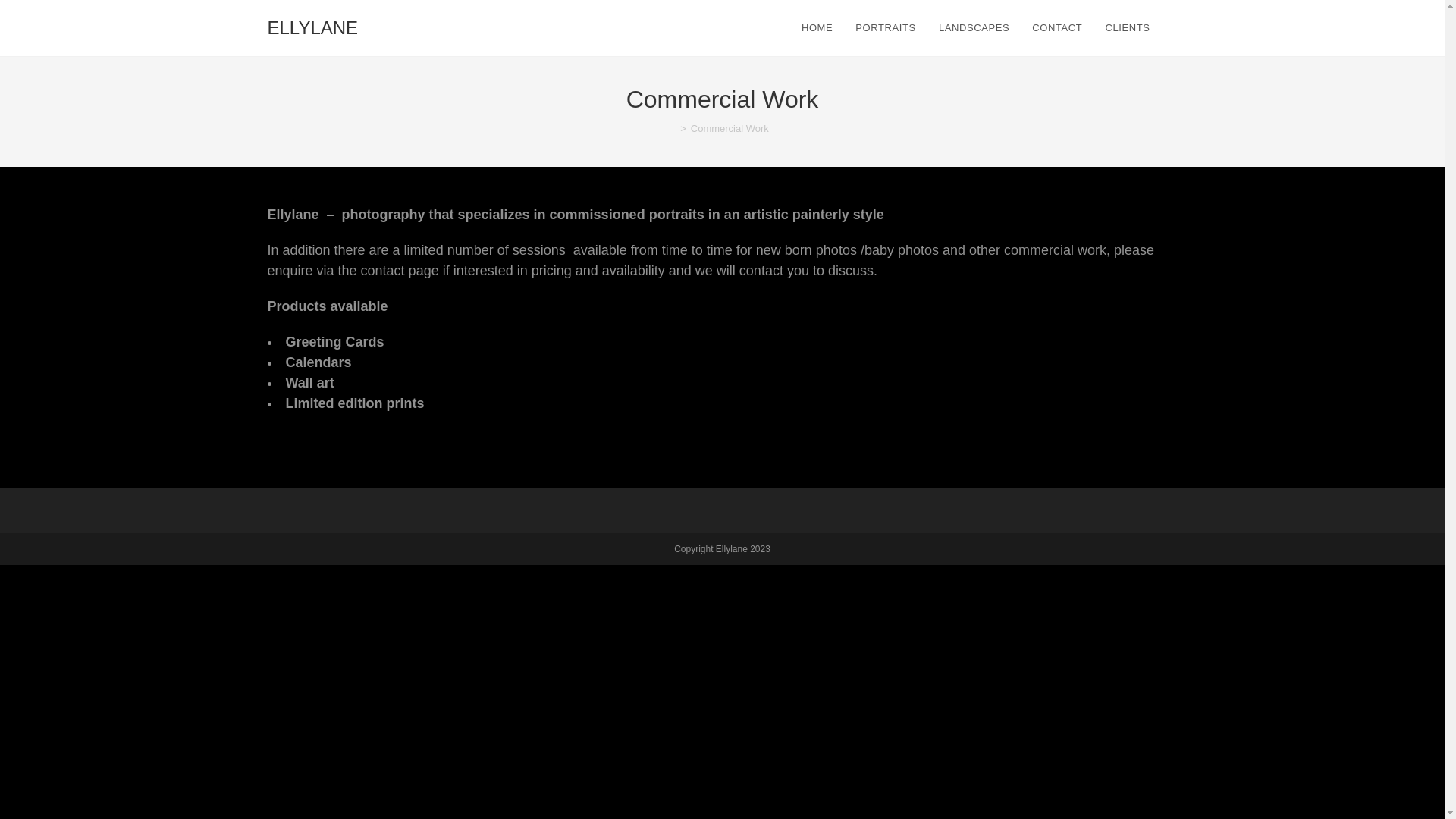 The image size is (1456, 819). Describe the element at coordinates (1020, 28) in the screenshot. I see `'CONTACT'` at that location.